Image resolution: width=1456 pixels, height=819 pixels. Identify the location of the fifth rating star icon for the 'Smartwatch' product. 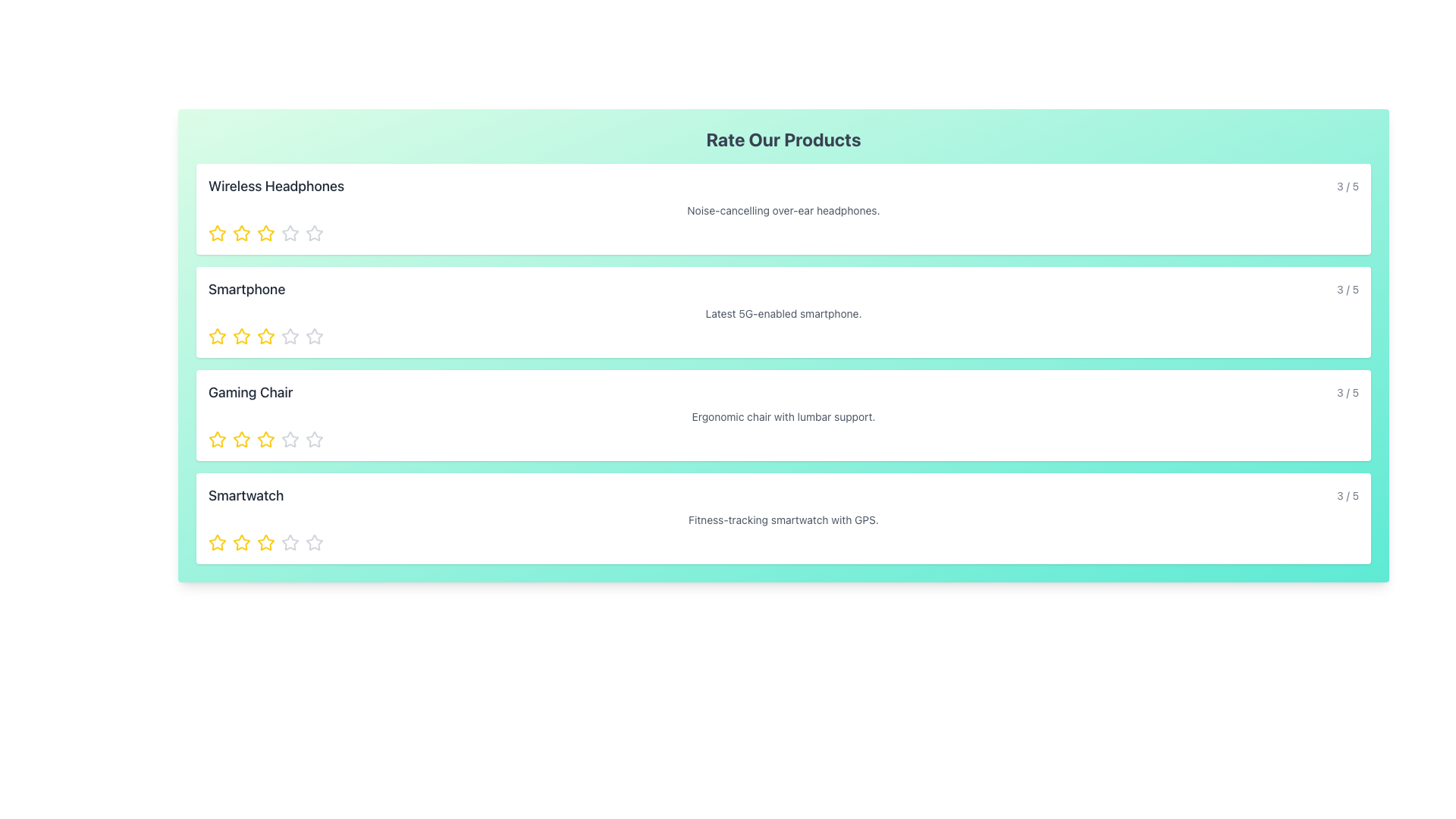
(313, 541).